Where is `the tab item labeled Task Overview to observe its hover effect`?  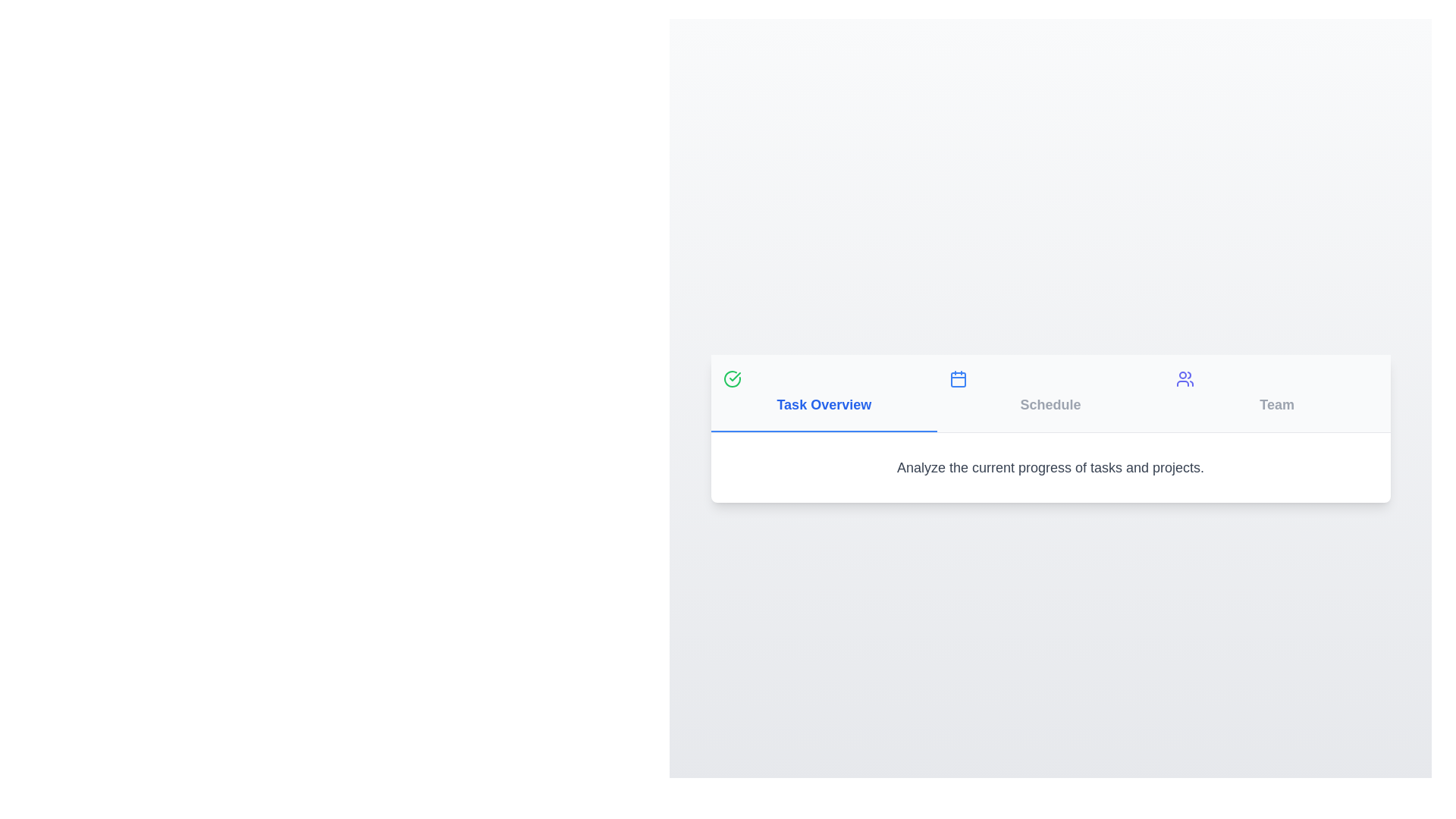 the tab item labeled Task Overview to observe its hover effect is located at coordinates (823, 392).